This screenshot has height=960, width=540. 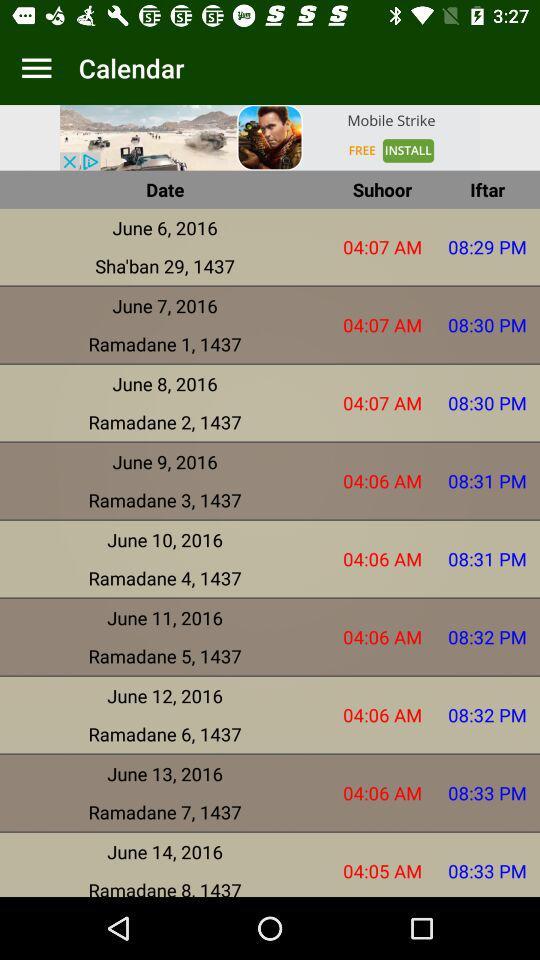 What do you see at coordinates (270, 136) in the screenshot?
I see `for adverisment` at bounding box center [270, 136].